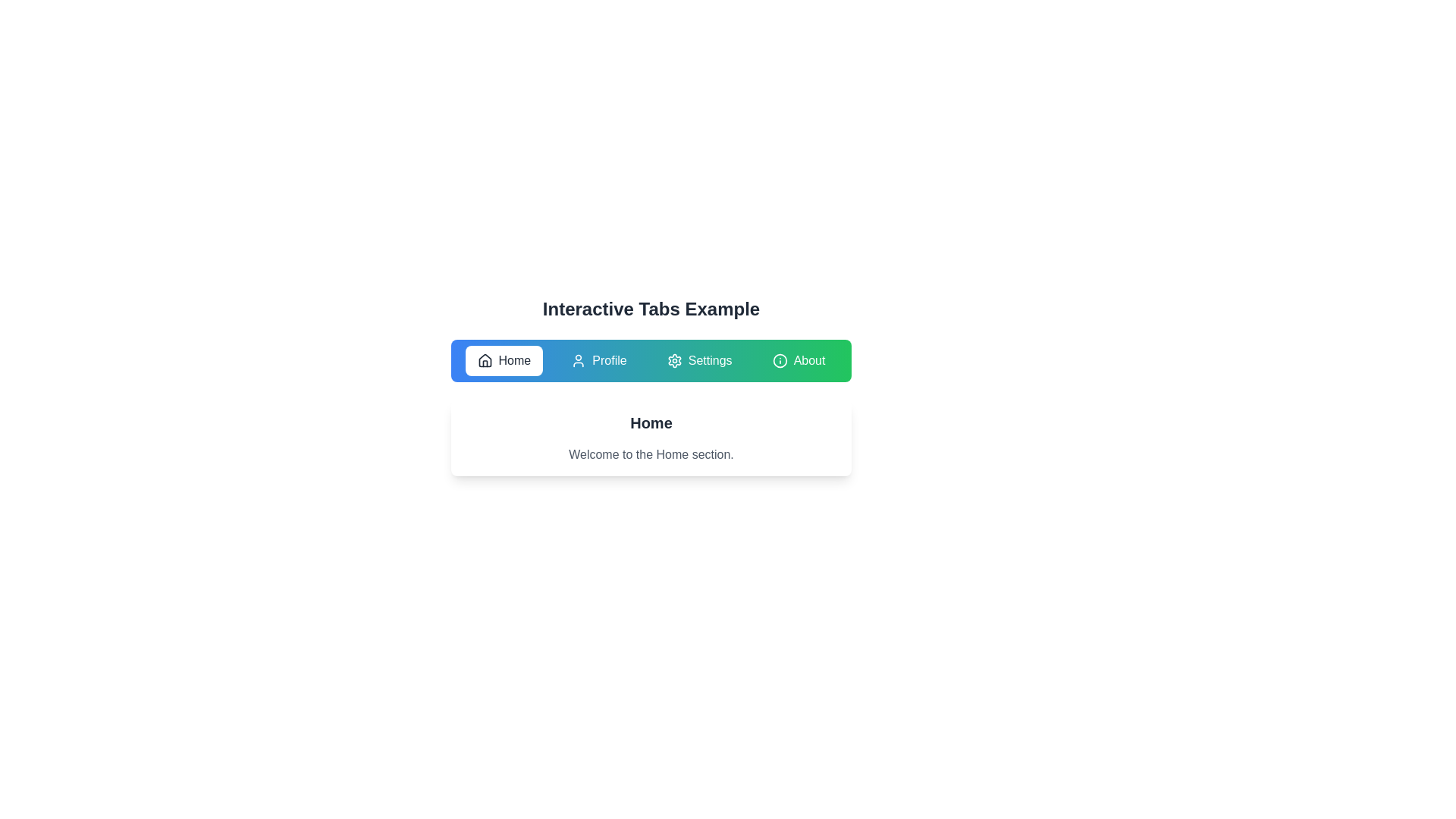  Describe the element at coordinates (698, 360) in the screenshot. I see `the Settings tab to navigate to its section` at that location.